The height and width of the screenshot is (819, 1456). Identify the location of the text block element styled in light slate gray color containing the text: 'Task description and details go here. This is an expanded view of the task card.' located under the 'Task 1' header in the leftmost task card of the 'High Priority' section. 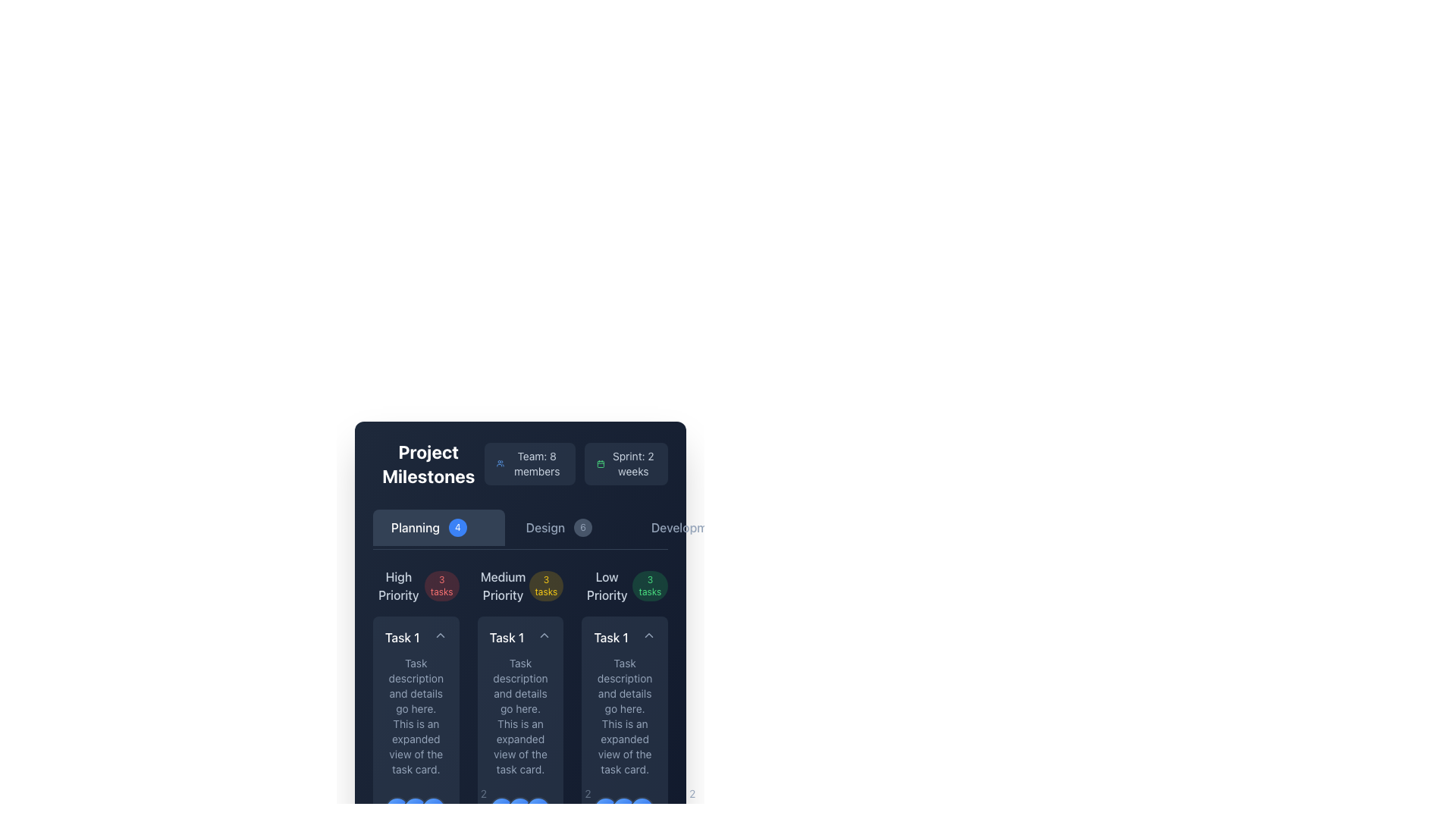
(416, 717).